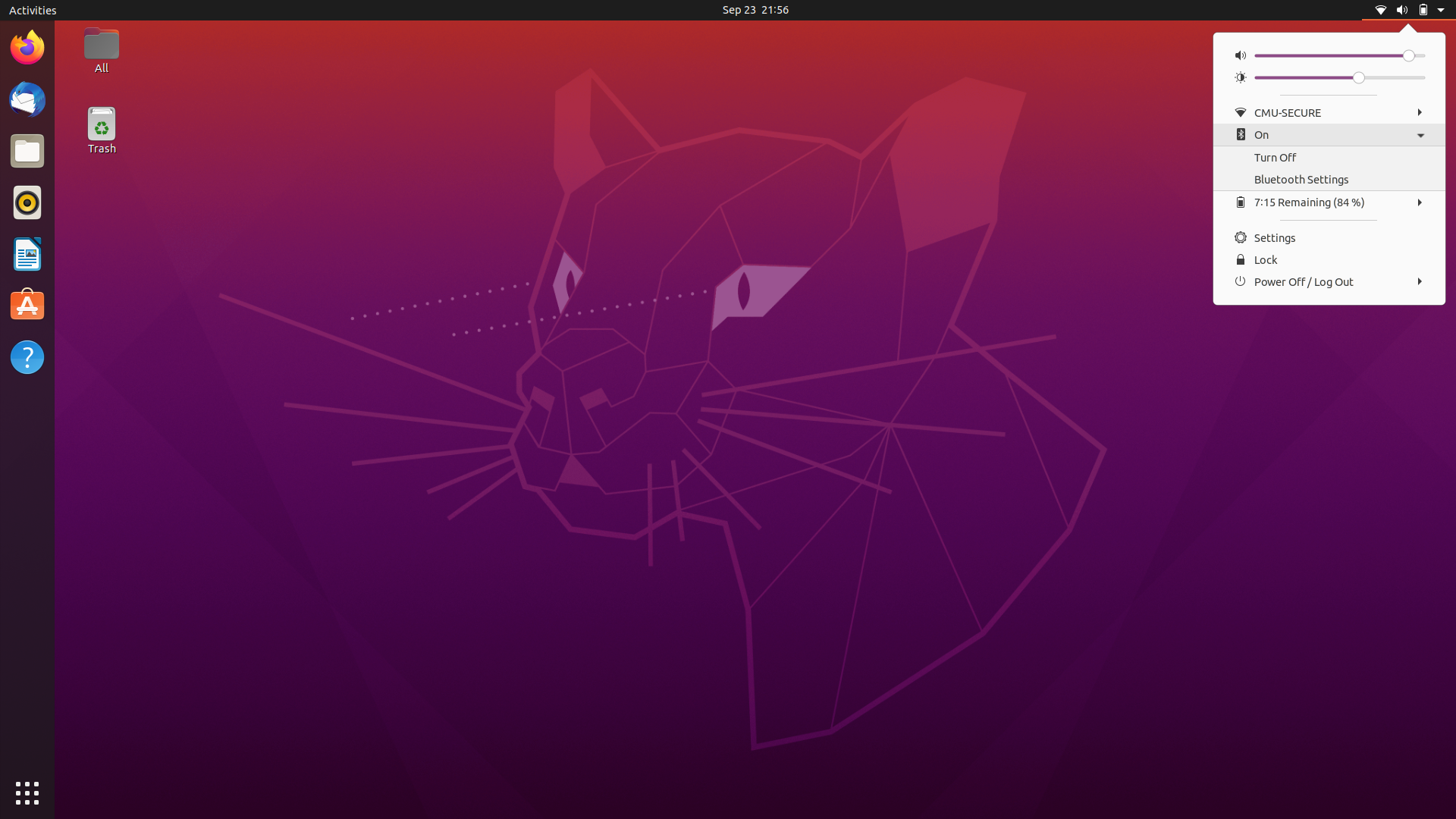  I want to click on the desktop"s context menu with a right click, so click(2561104, 608107).